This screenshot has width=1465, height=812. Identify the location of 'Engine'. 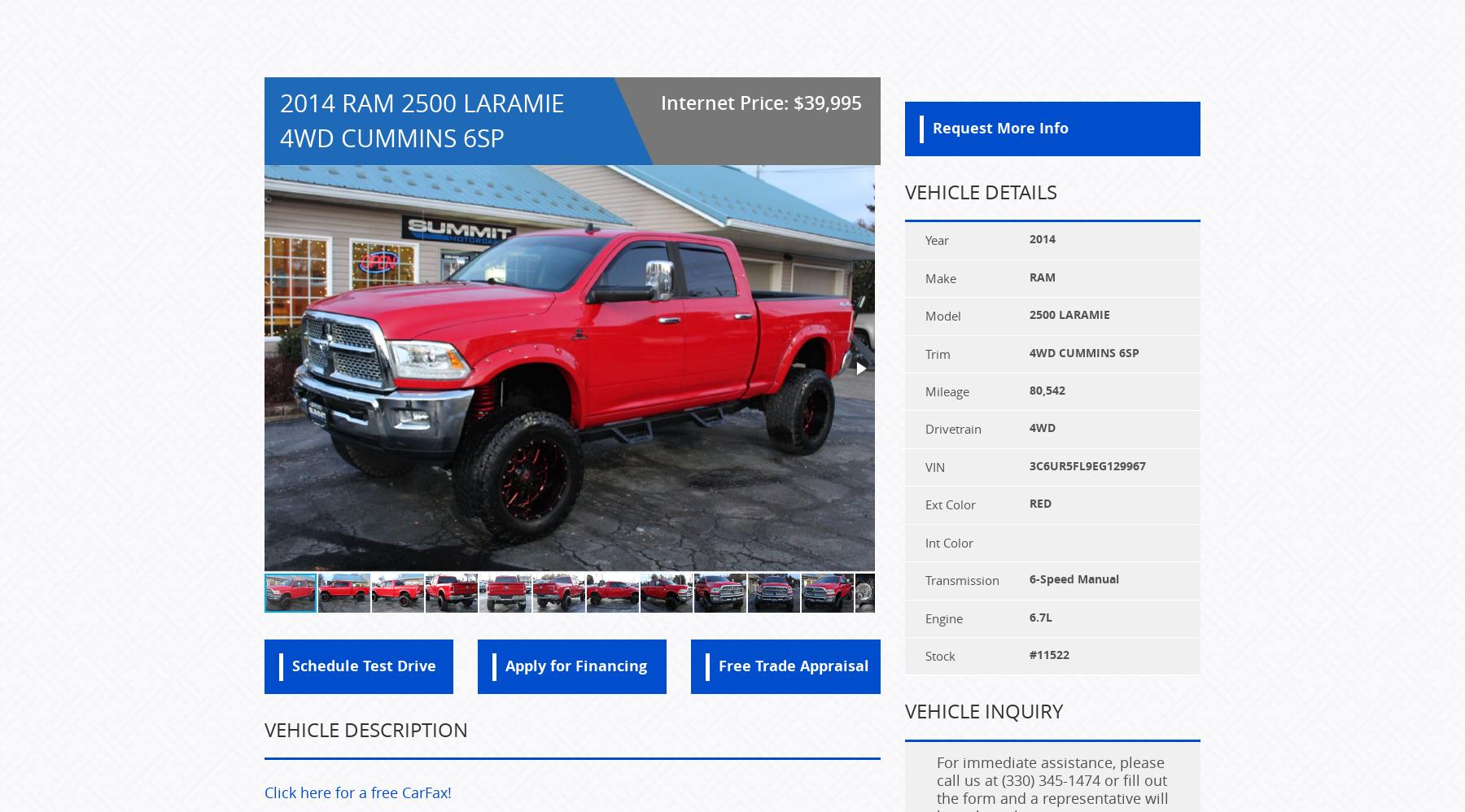
(942, 616).